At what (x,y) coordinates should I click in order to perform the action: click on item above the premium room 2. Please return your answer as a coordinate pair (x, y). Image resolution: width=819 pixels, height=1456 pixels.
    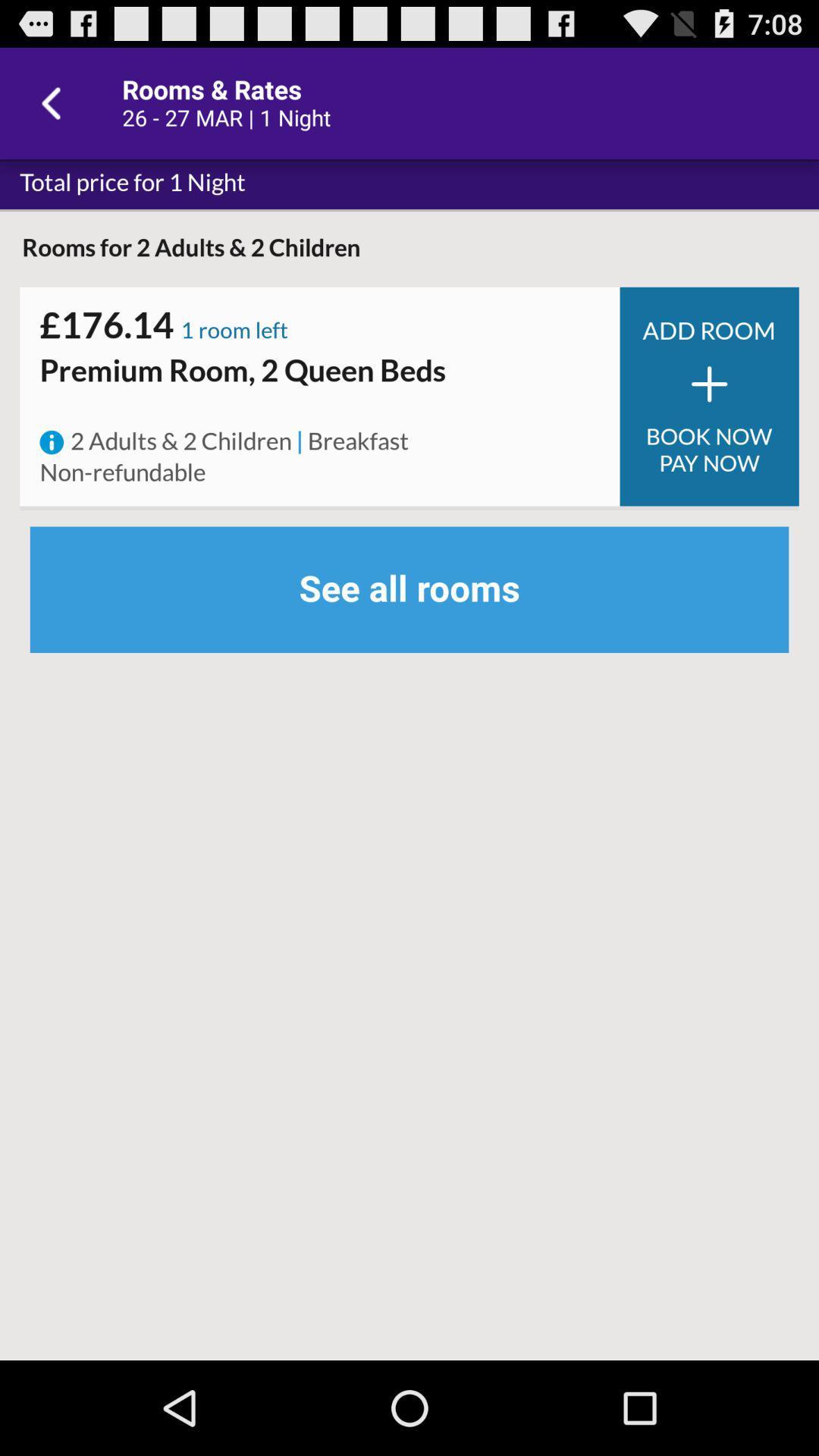
    Looking at the image, I should click on (318, 348).